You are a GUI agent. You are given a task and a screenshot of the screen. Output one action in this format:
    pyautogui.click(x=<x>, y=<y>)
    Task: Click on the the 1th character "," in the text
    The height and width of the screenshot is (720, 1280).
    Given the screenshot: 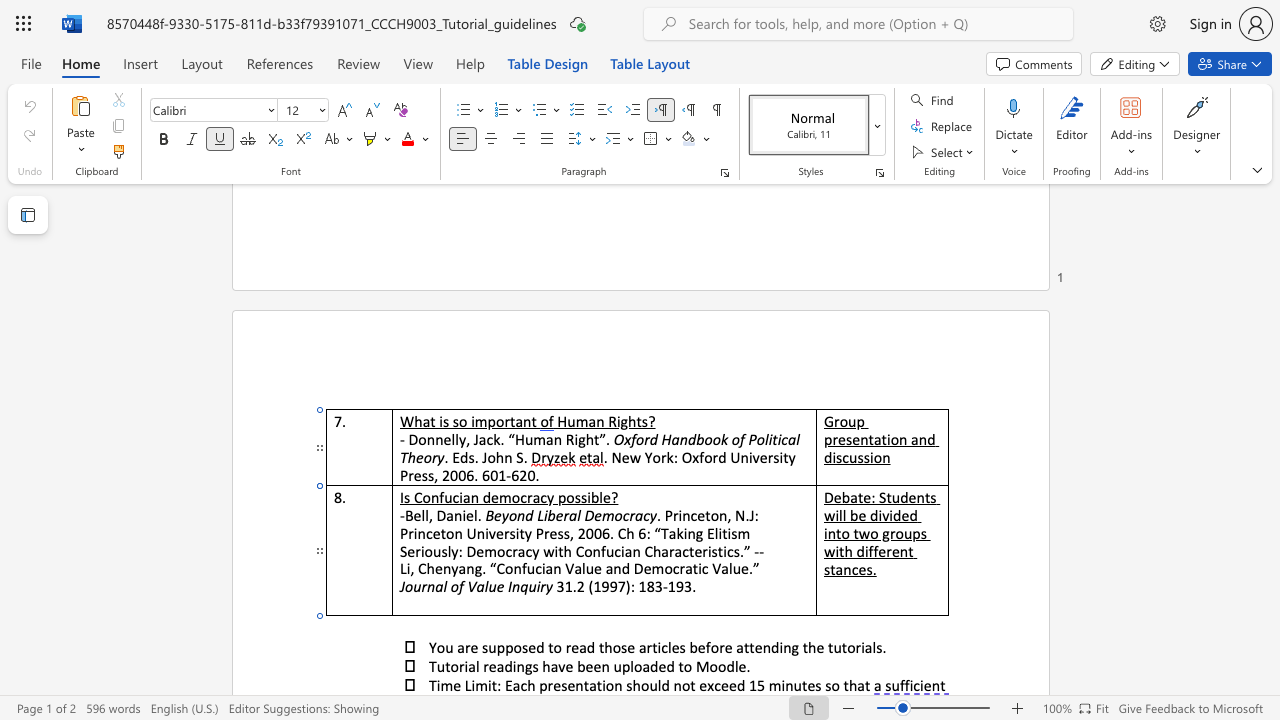 What is the action you would take?
    pyautogui.click(x=429, y=514)
    